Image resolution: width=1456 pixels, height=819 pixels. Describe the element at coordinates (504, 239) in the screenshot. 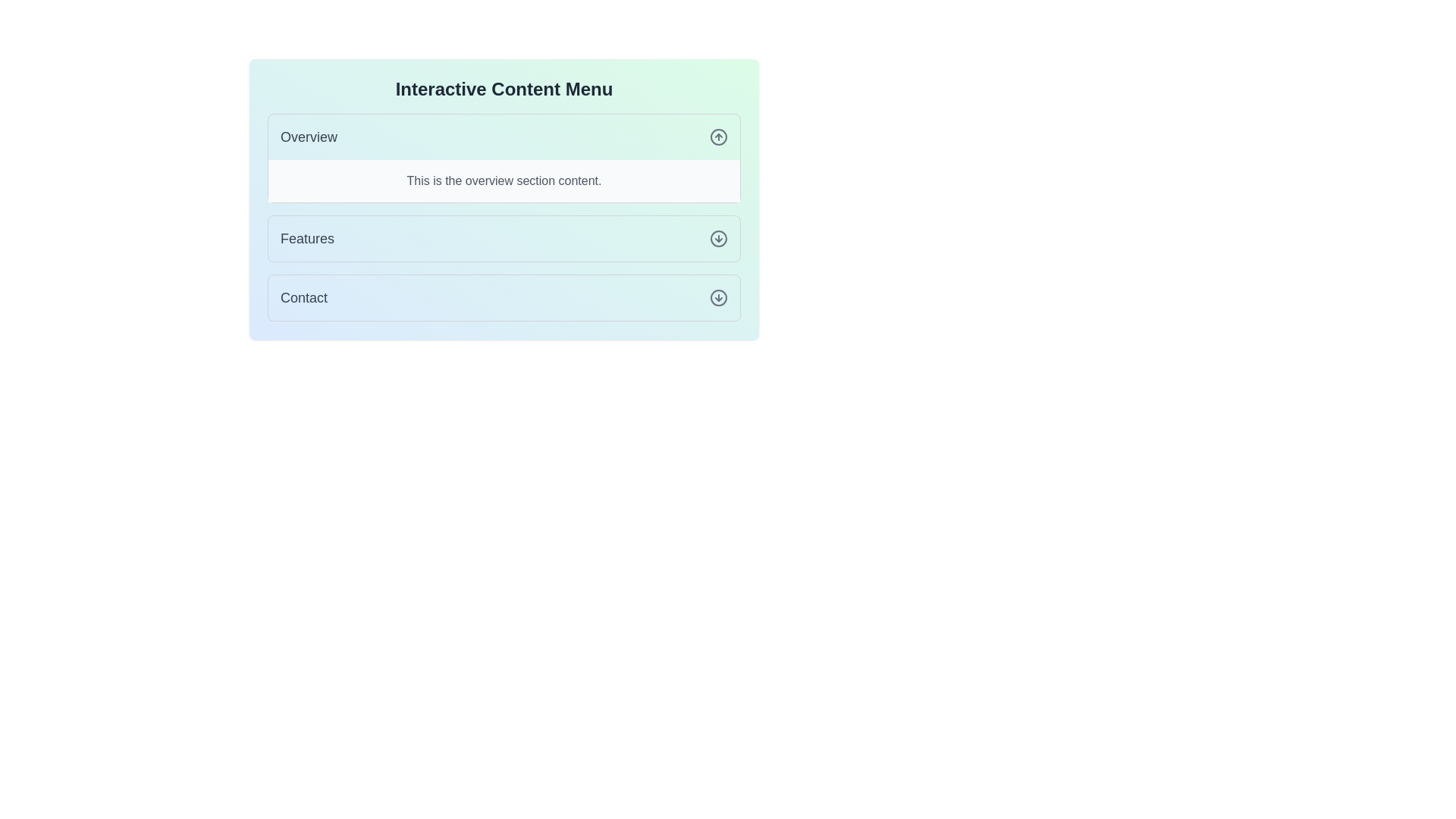

I see `the second menu item in the interactive menu, which is located below the 'Overview' option and above the 'Contact' option` at that location.